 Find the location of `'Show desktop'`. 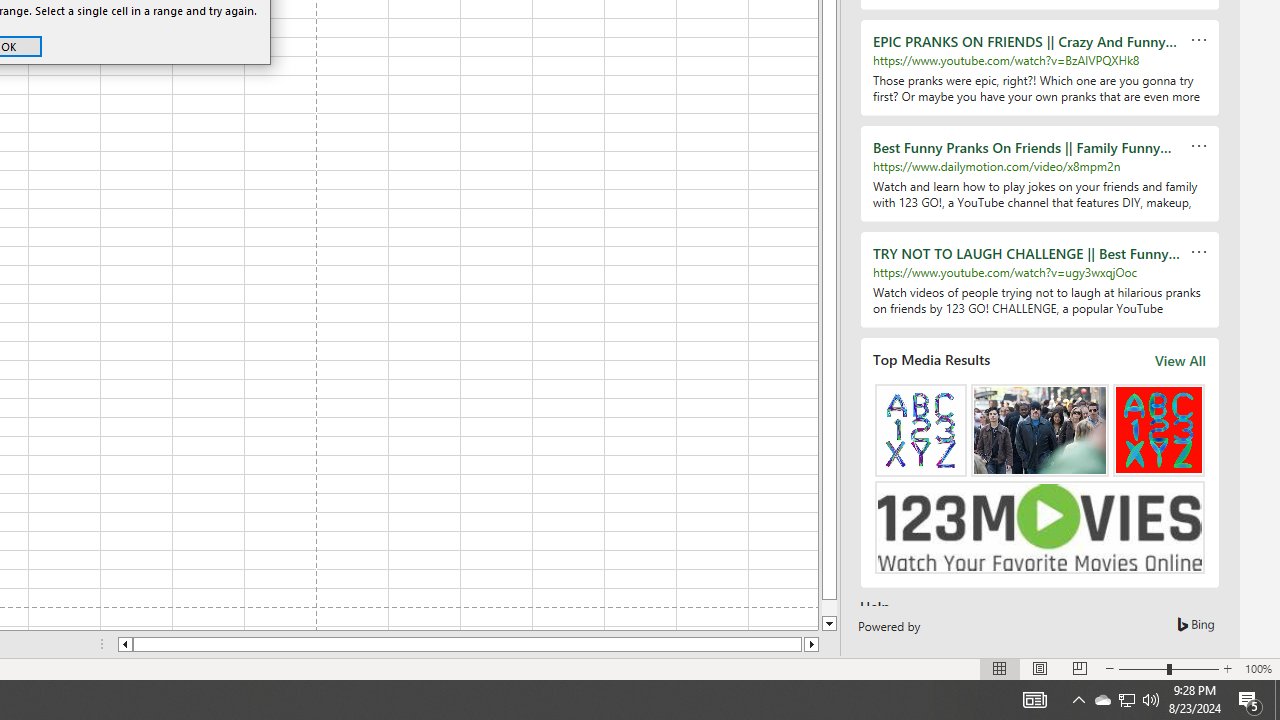

'Show desktop' is located at coordinates (1276, 698).